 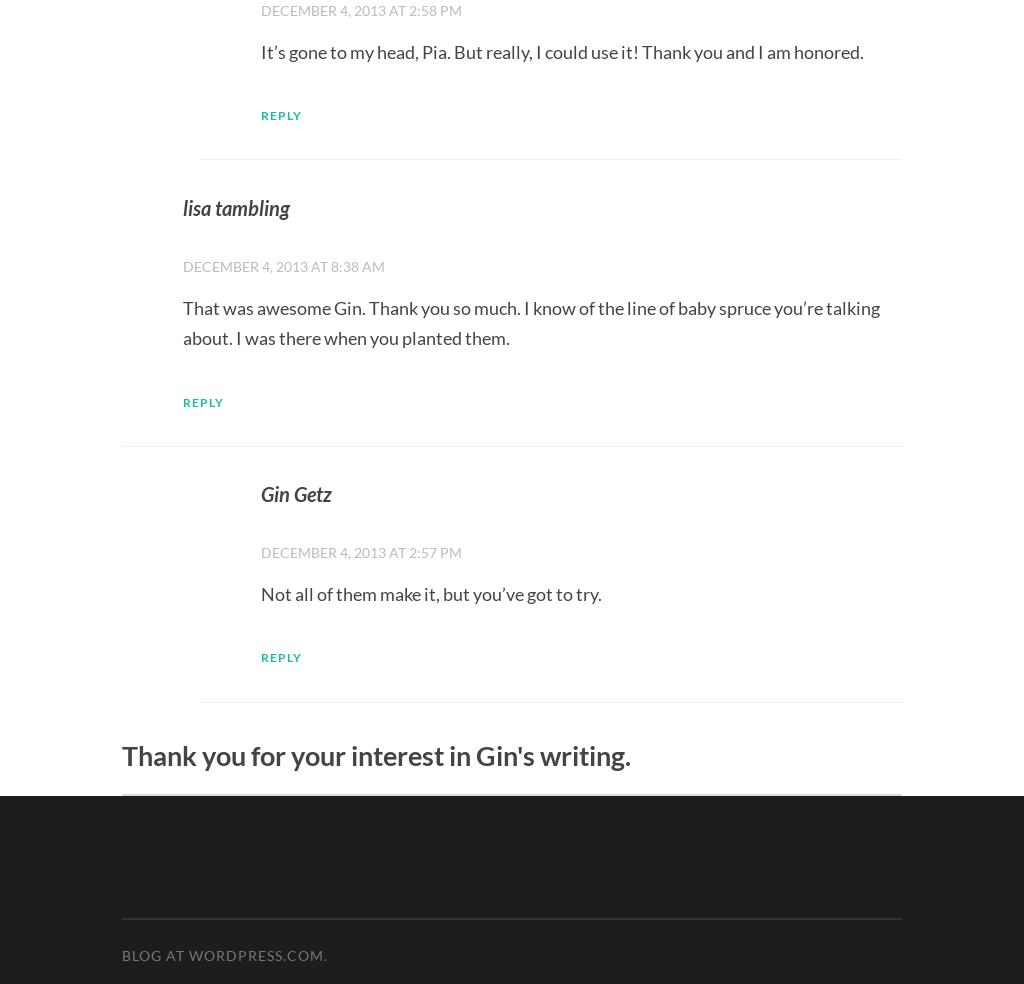 I want to click on 'Not all of them make it, but you’ve got to try.', so click(x=431, y=593).